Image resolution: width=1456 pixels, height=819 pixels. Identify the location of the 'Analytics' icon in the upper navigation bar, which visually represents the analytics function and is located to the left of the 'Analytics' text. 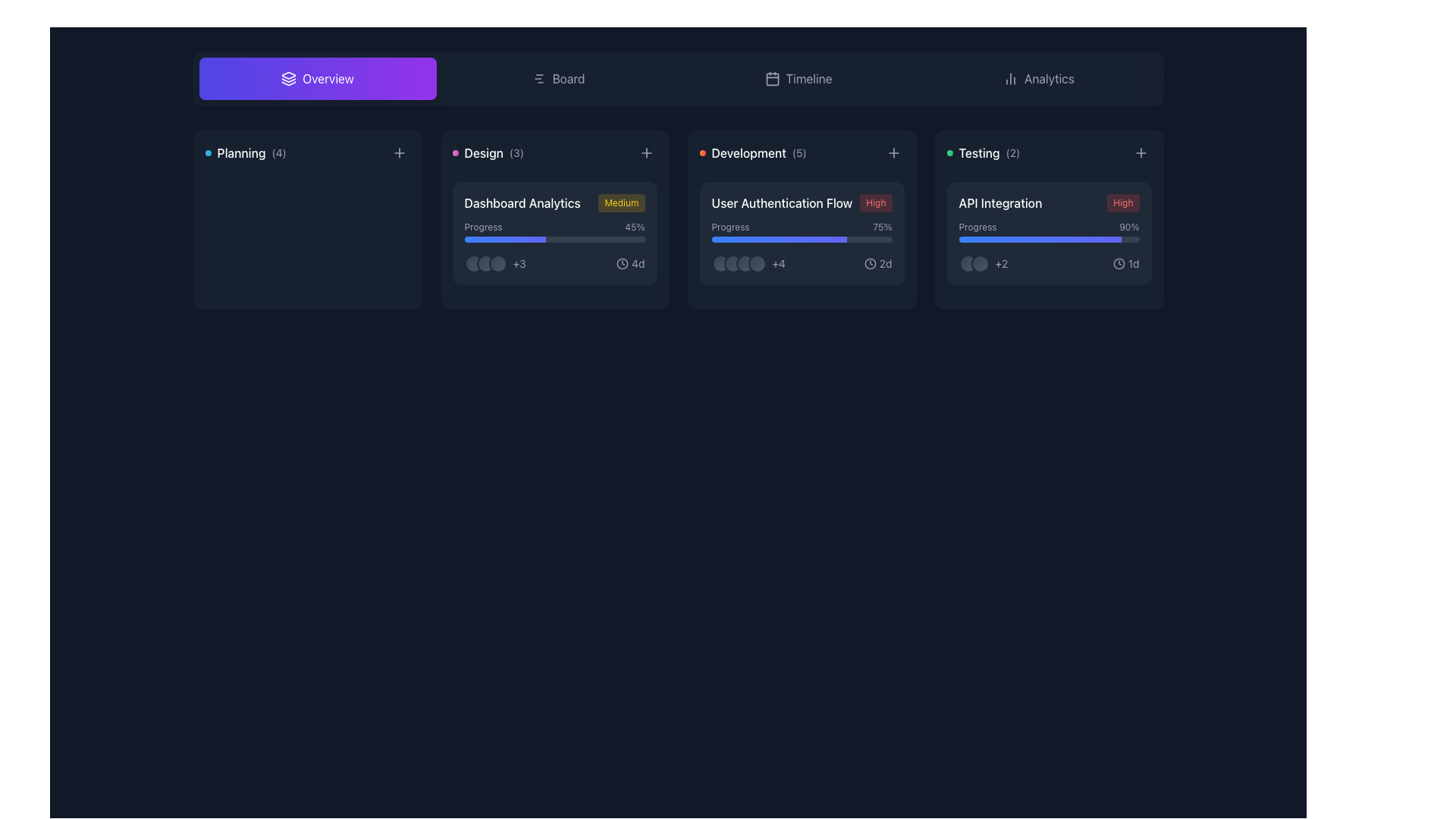
(1011, 79).